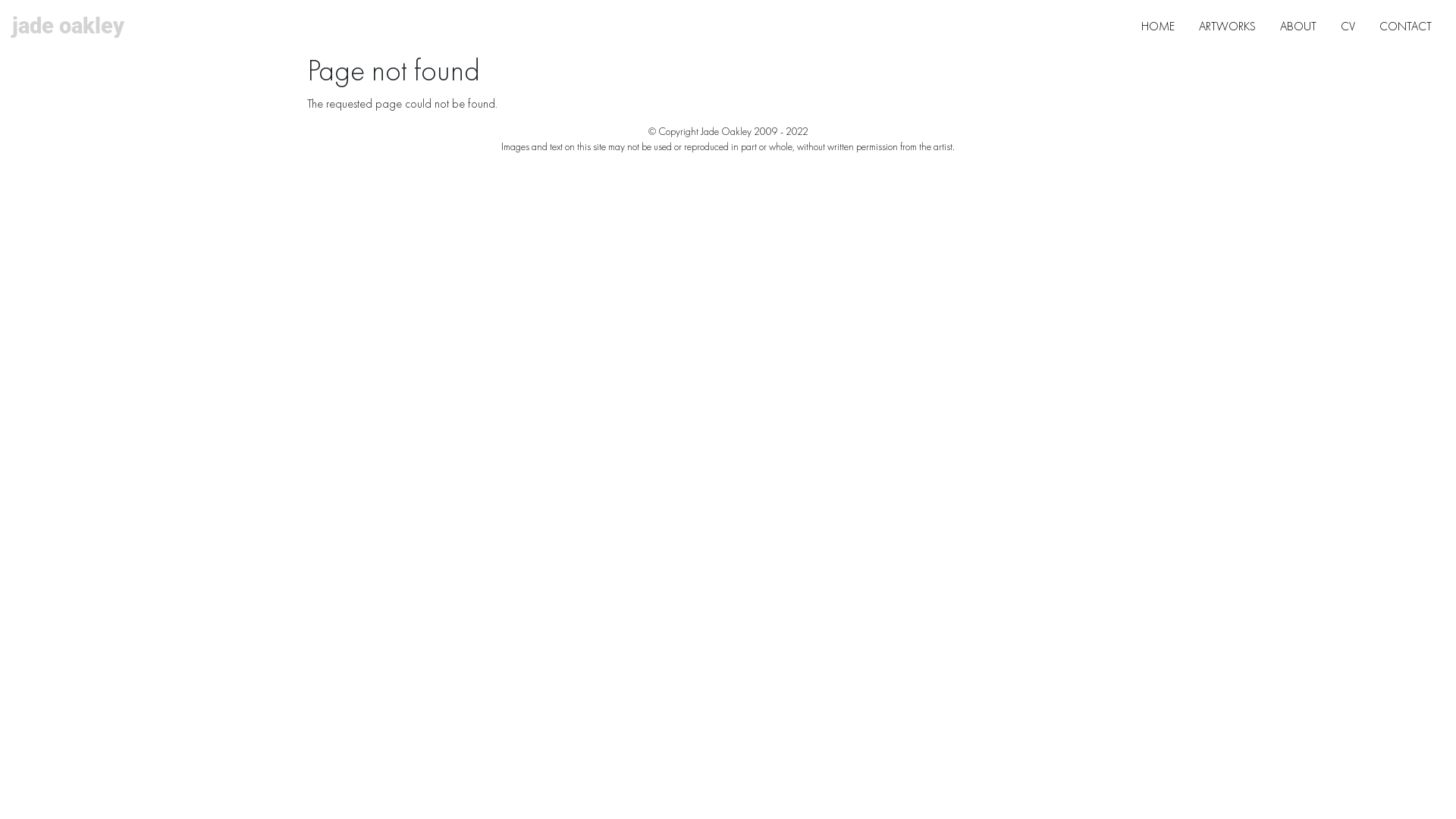  What do you see at coordinates (720, 1) in the screenshot?
I see `'Skip to main content'` at bounding box center [720, 1].